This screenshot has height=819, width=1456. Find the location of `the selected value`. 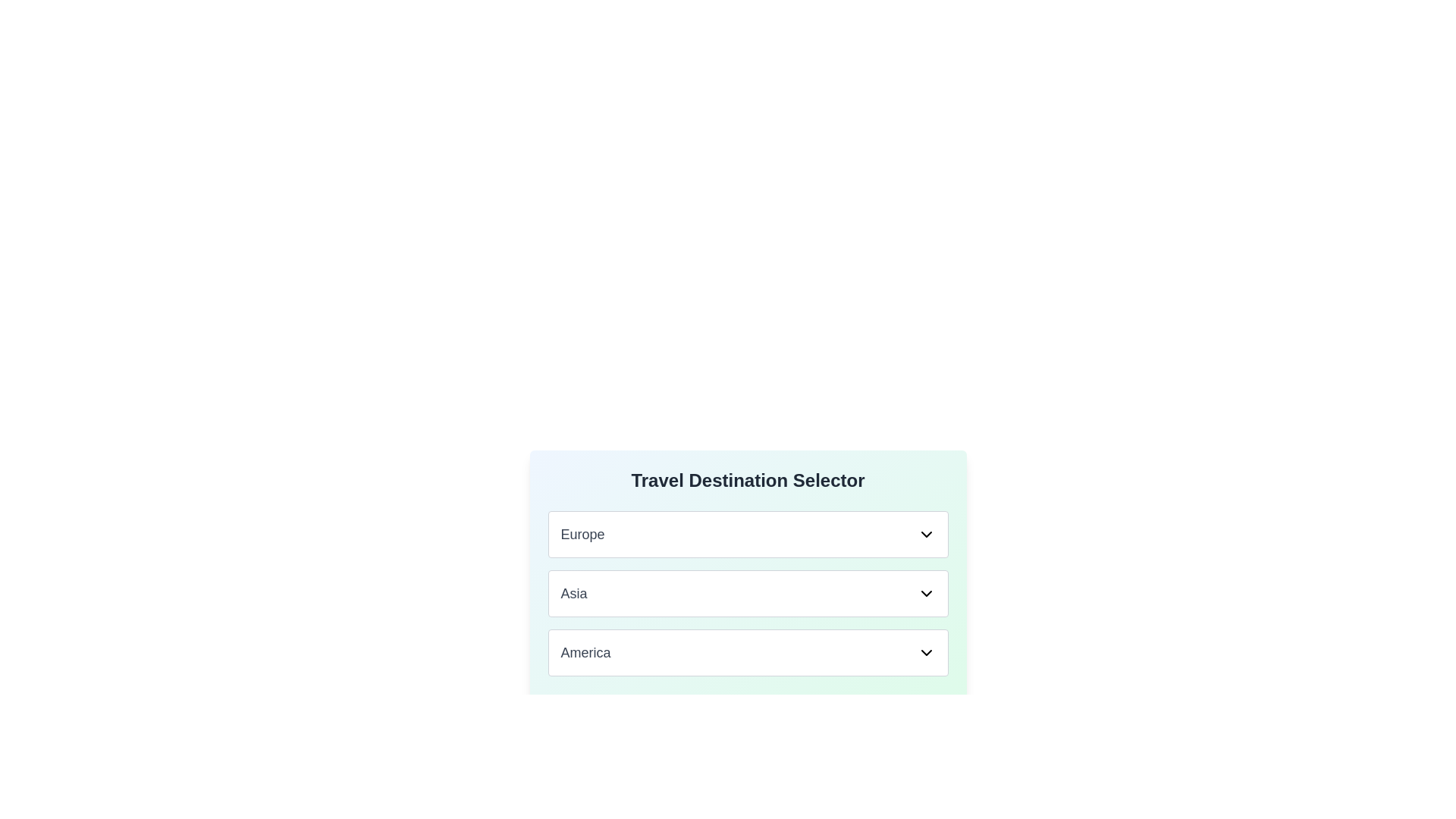

the selected value is located at coordinates (573, 593).